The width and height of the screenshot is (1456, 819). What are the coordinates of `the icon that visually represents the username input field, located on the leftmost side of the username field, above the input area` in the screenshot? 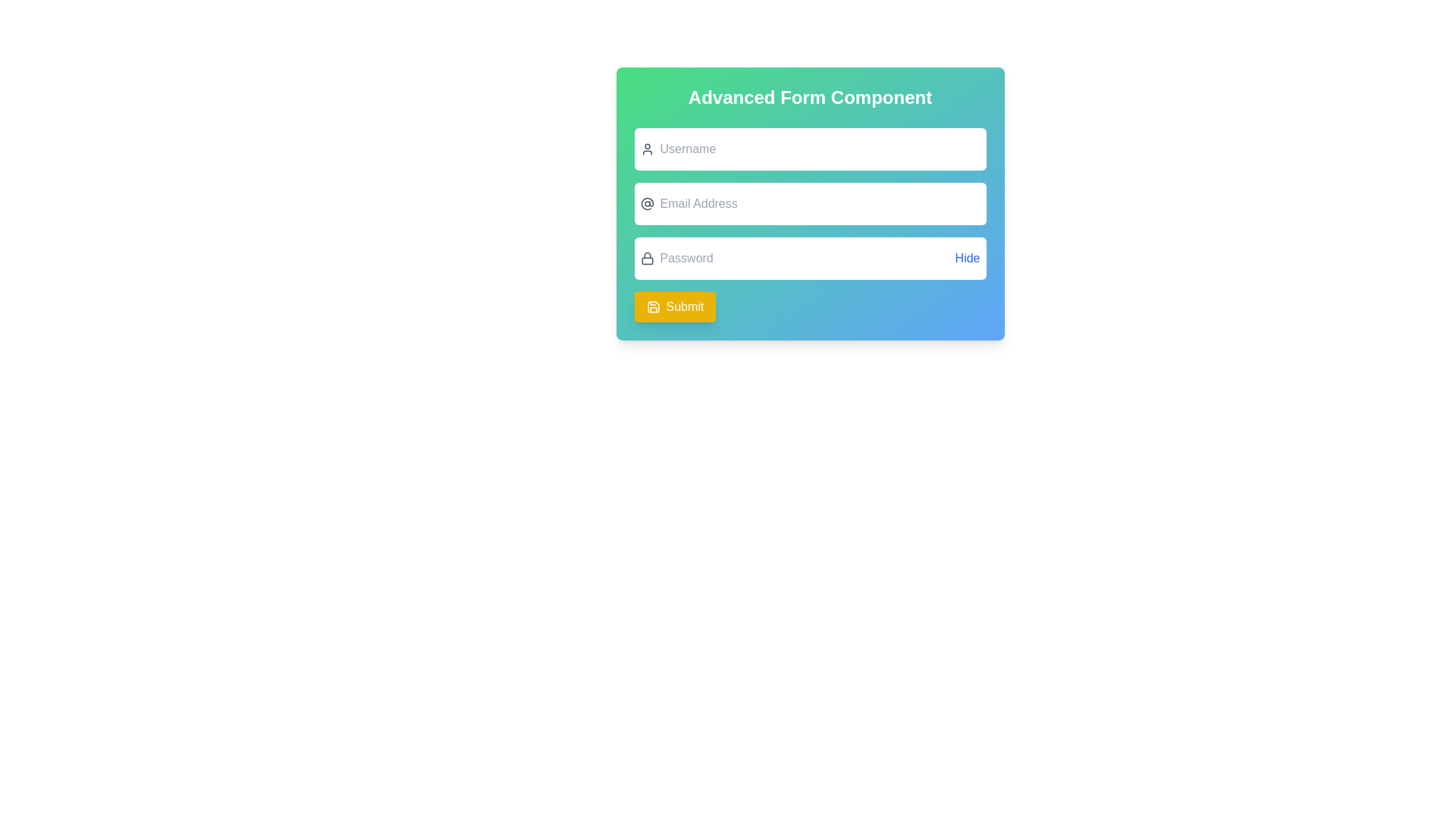 It's located at (647, 149).